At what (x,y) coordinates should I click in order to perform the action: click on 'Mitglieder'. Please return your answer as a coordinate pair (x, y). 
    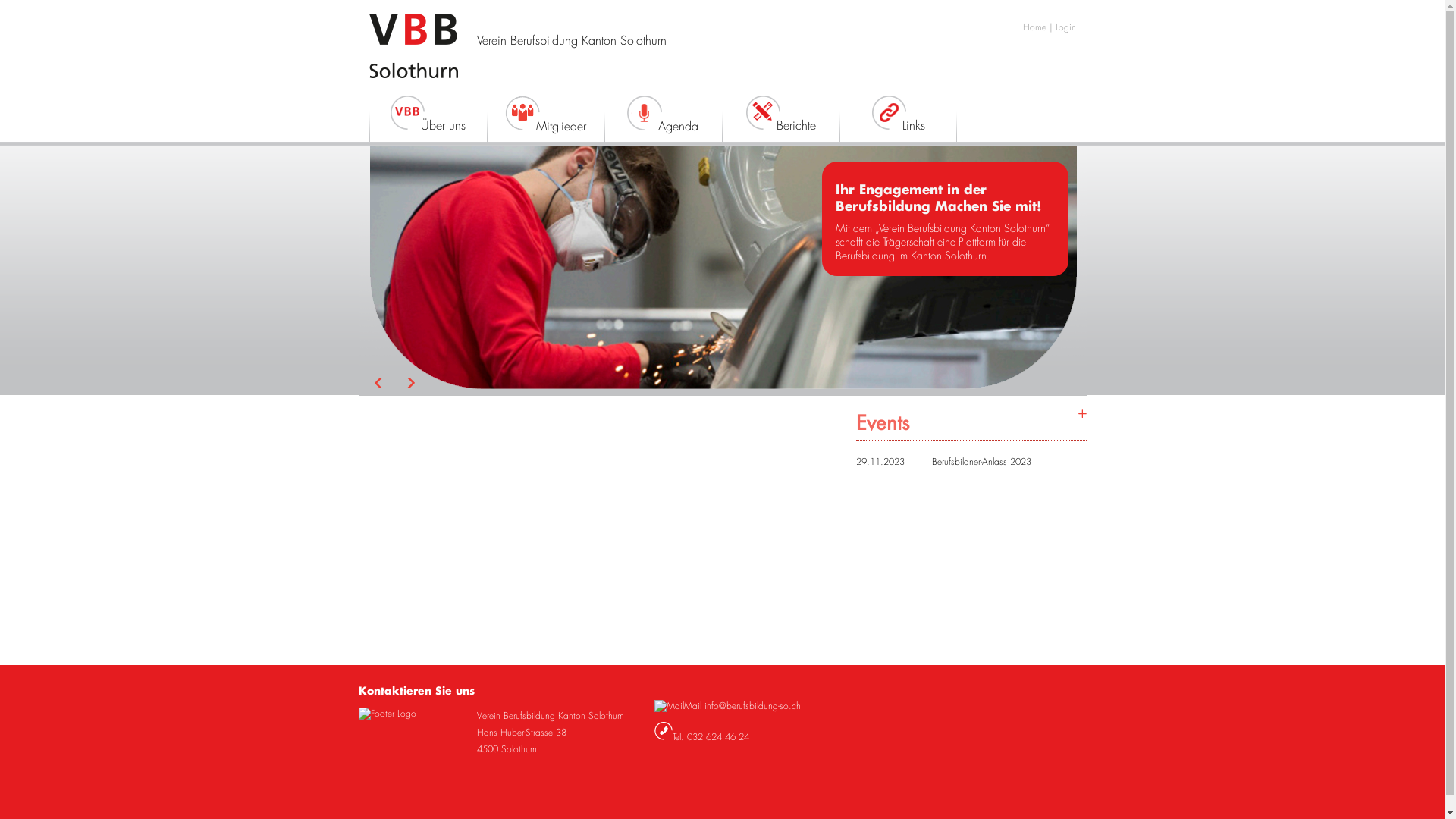
    Looking at the image, I should click on (522, 112).